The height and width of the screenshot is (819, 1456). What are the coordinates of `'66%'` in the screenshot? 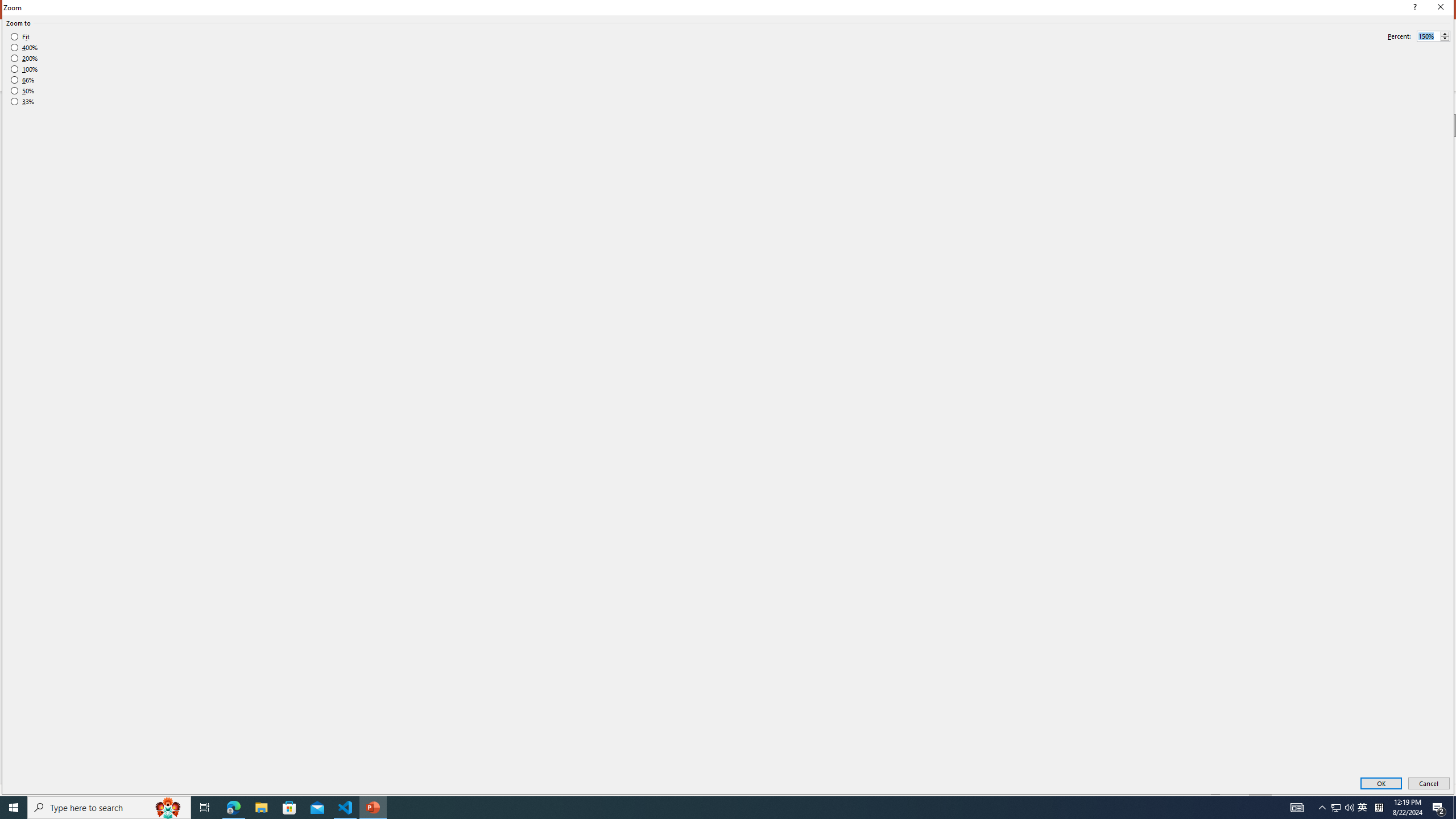 It's located at (22, 79).